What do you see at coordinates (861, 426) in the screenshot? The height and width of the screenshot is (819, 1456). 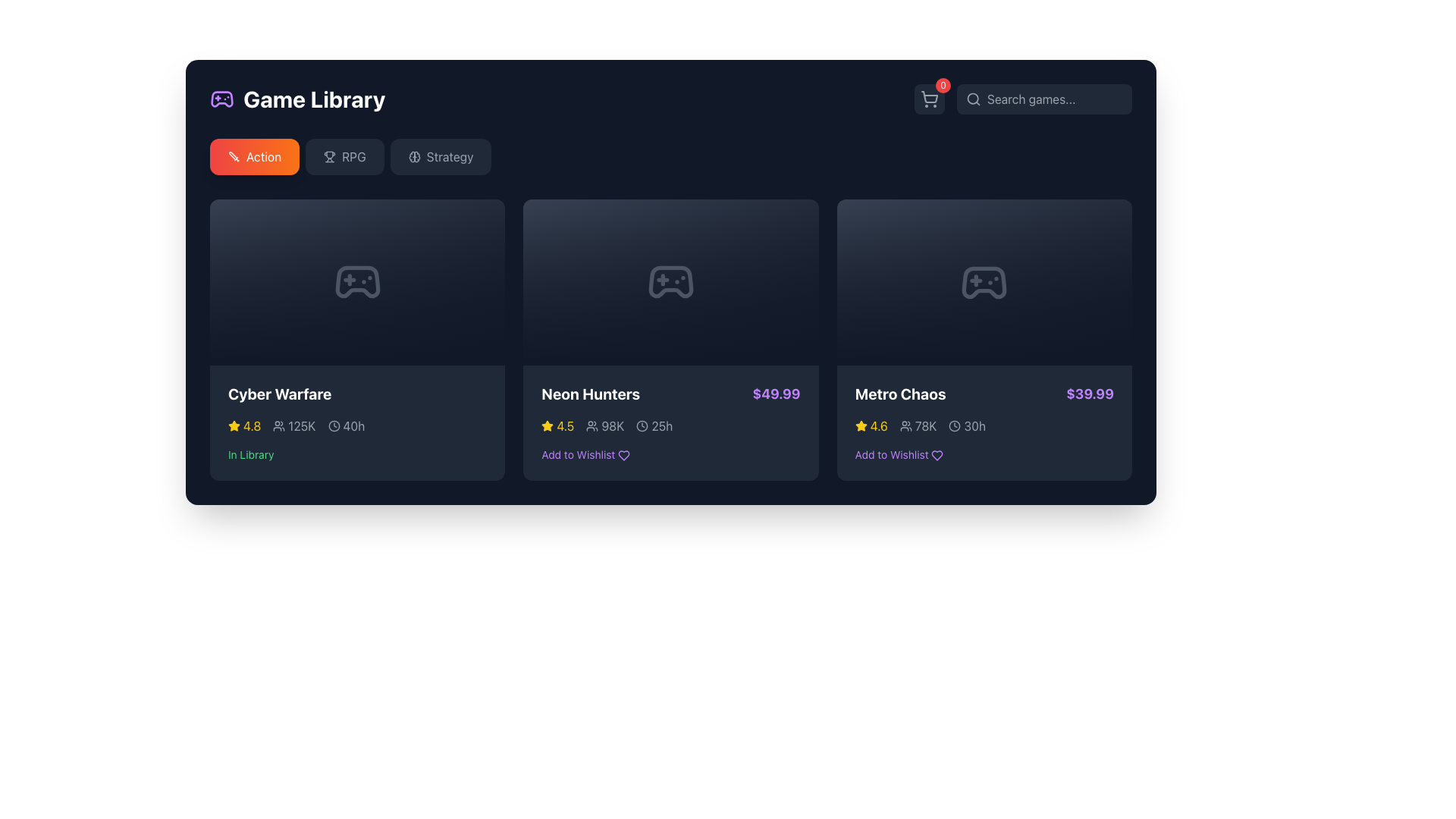 I see `the visual representation of the small, yellow, star-shaped icon located next to the numeric rating '4.6' in the details section of the 'Metro Chaos' game card` at bounding box center [861, 426].